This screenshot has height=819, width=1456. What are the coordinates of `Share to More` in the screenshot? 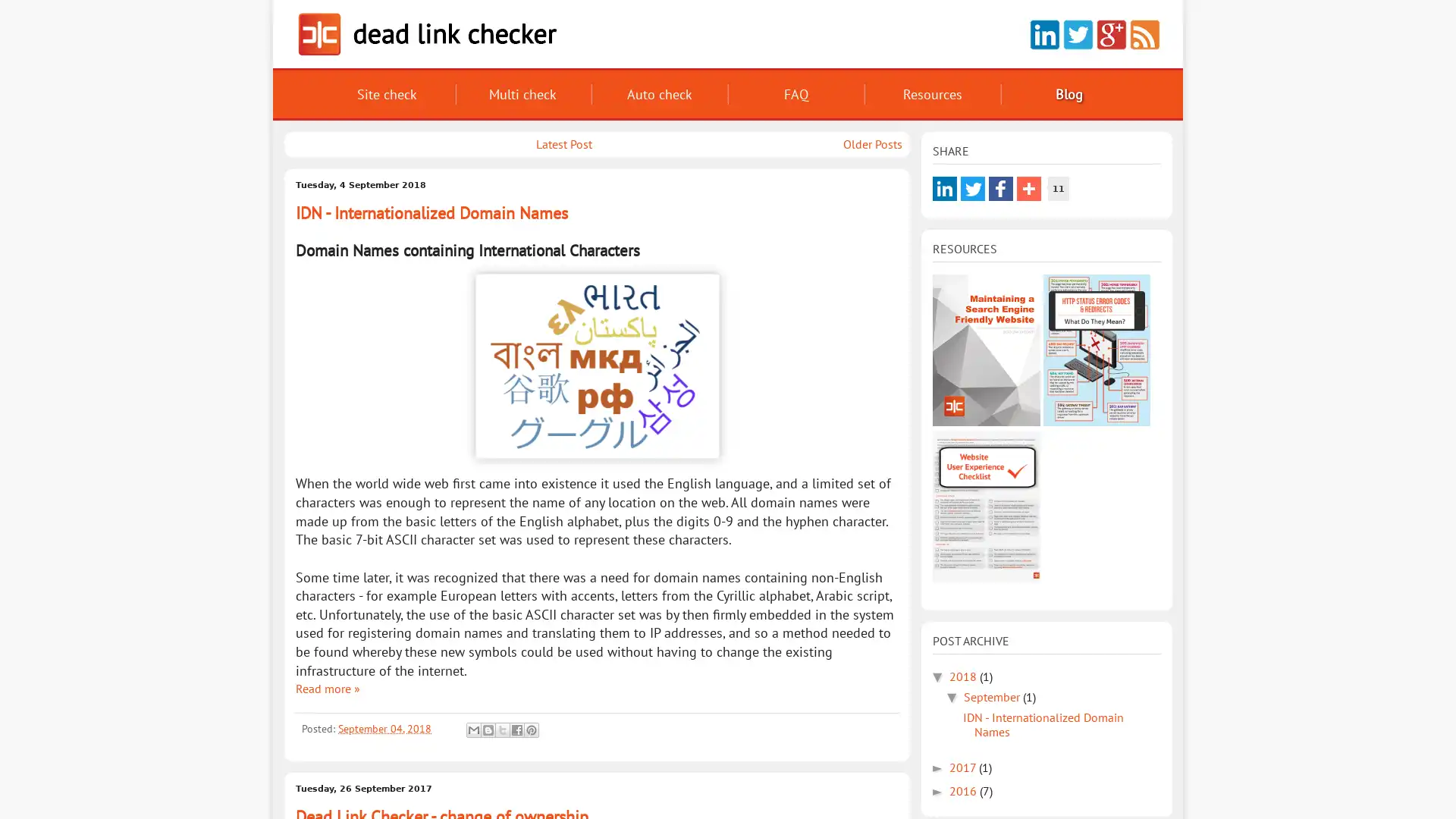 It's located at (1029, 188).